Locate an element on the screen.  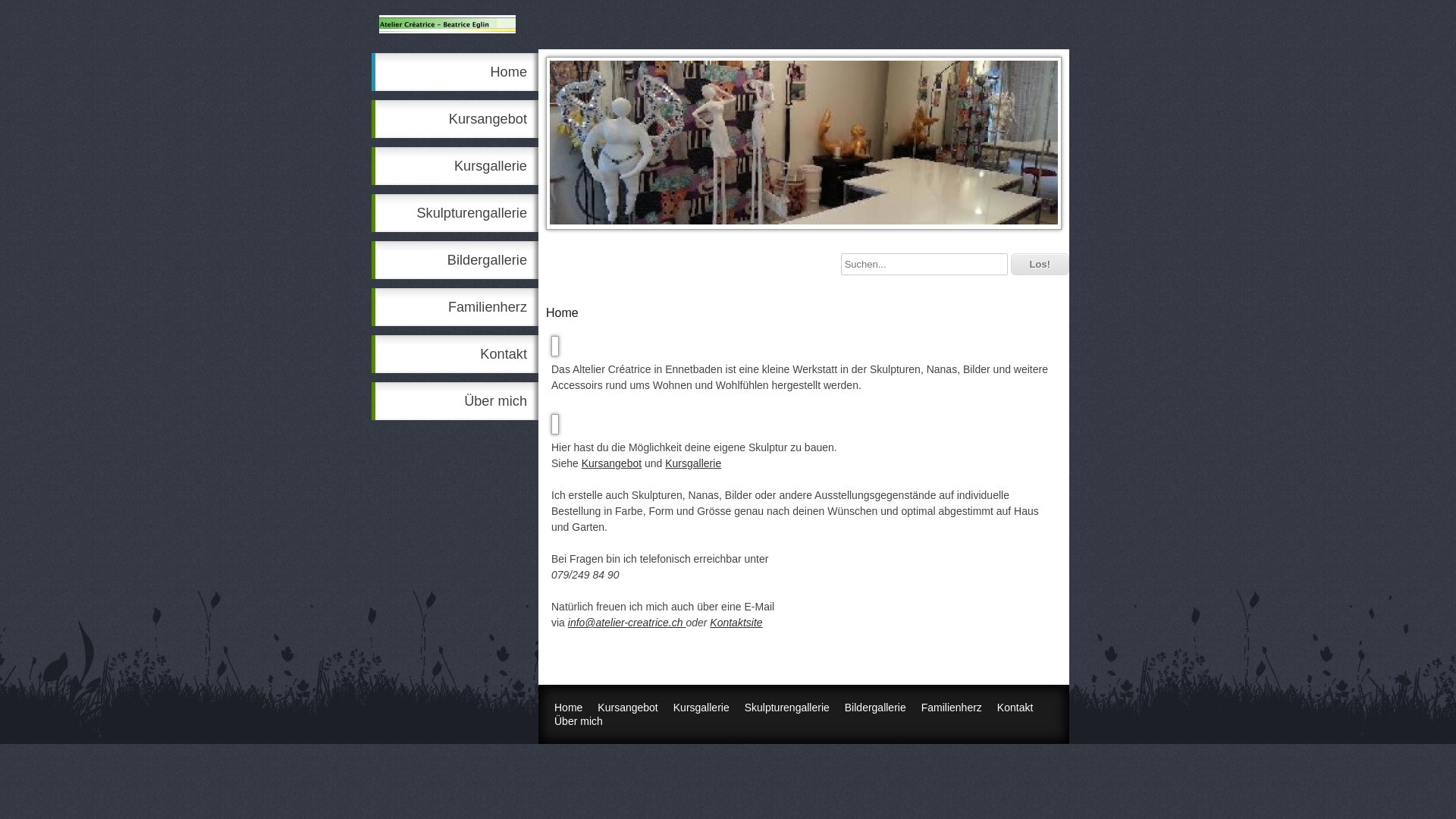
'Kontaktsite' is located at coordinates (736, 623).